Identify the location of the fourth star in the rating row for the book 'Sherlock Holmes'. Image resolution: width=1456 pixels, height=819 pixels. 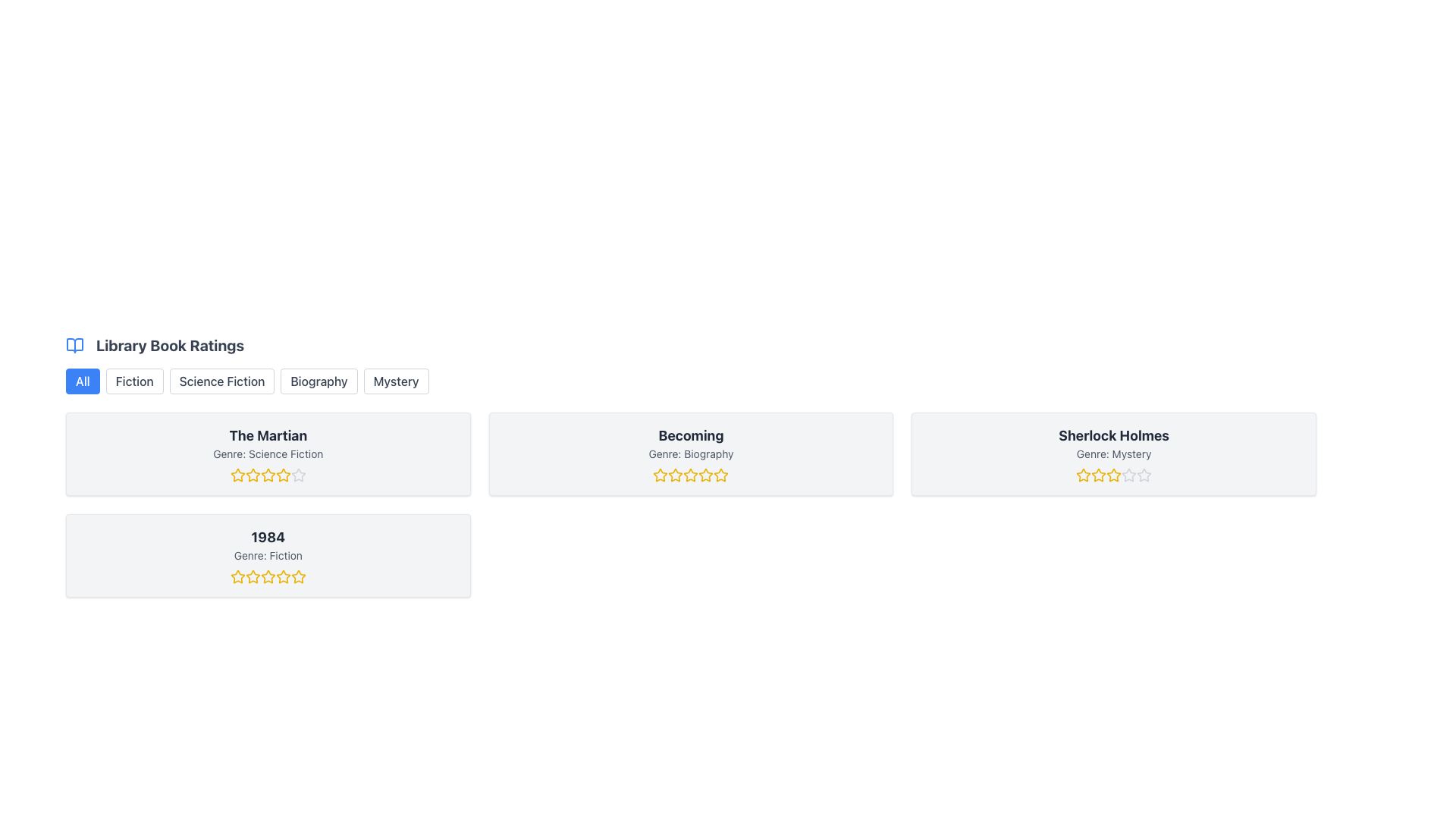
(1144, 474).